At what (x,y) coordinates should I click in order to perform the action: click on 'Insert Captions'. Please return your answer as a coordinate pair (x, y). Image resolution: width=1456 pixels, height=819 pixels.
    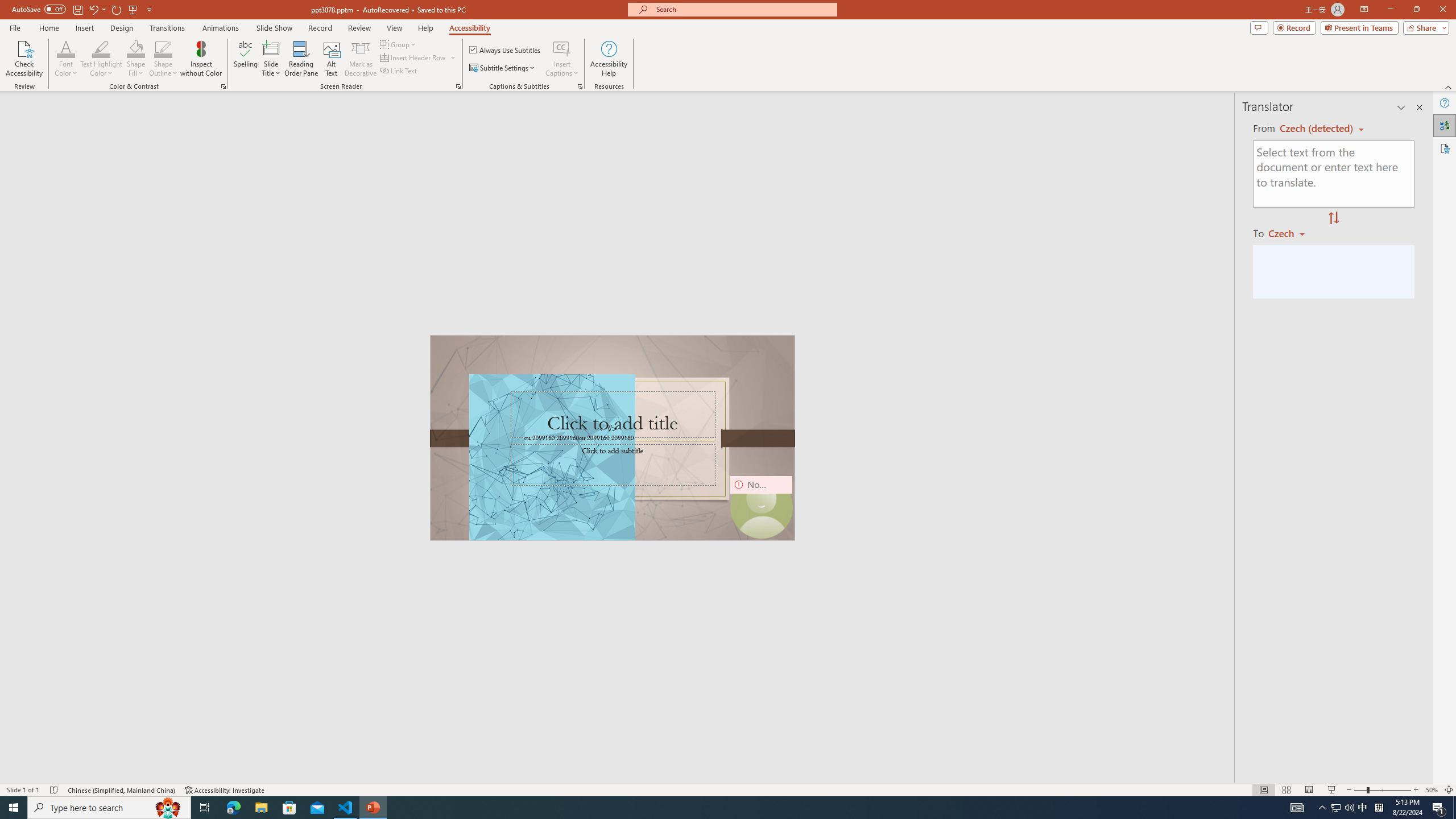
    Looking at the image, I should click on (561, 48).